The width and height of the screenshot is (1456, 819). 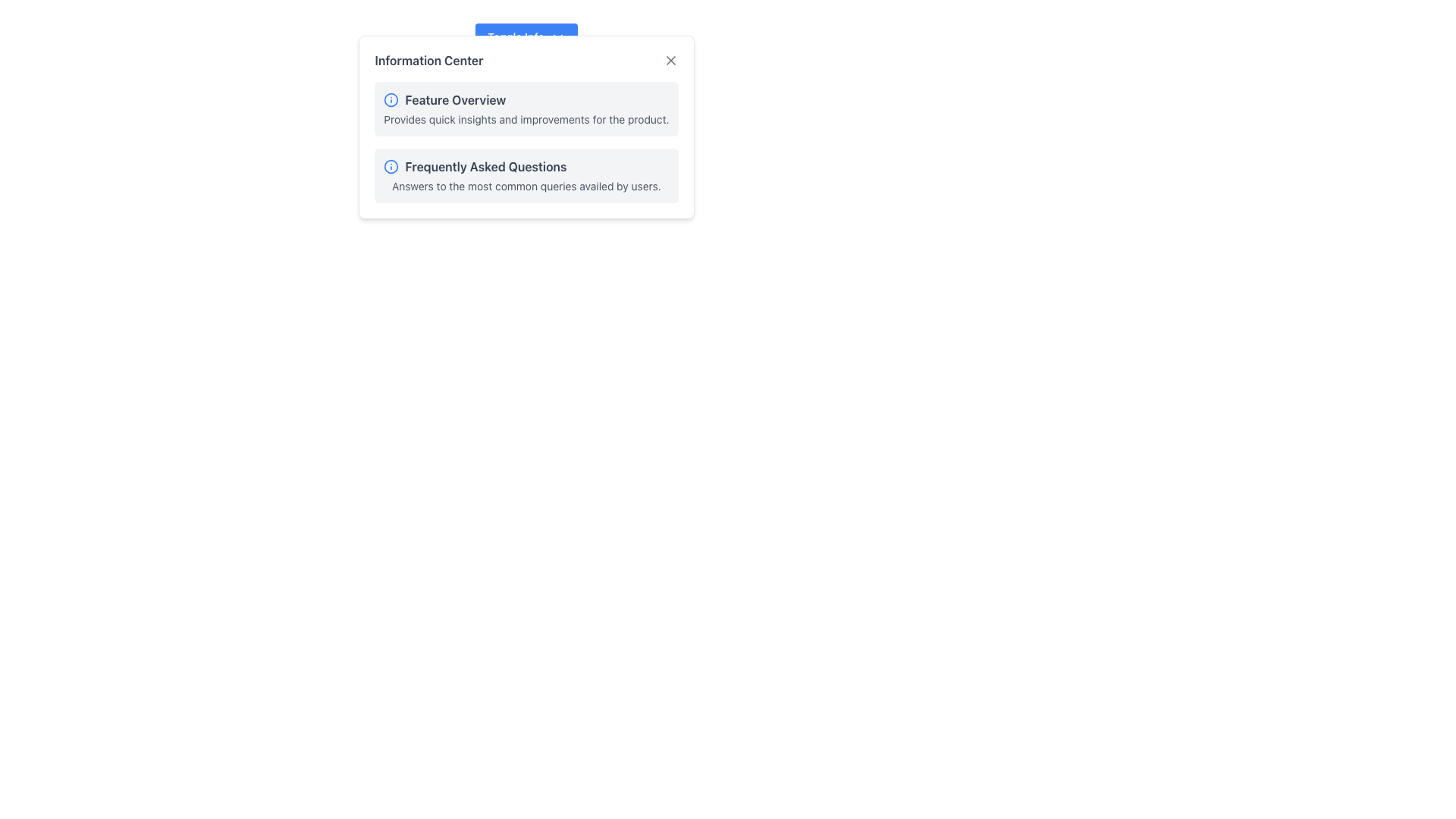 What do you see at coordinates (526, 36) in the screenshot?
I see `the 'Toggle Info' dropdown button, which is a blue rectangular button with white text and a chevron icon` at bounding box center [526, 36].